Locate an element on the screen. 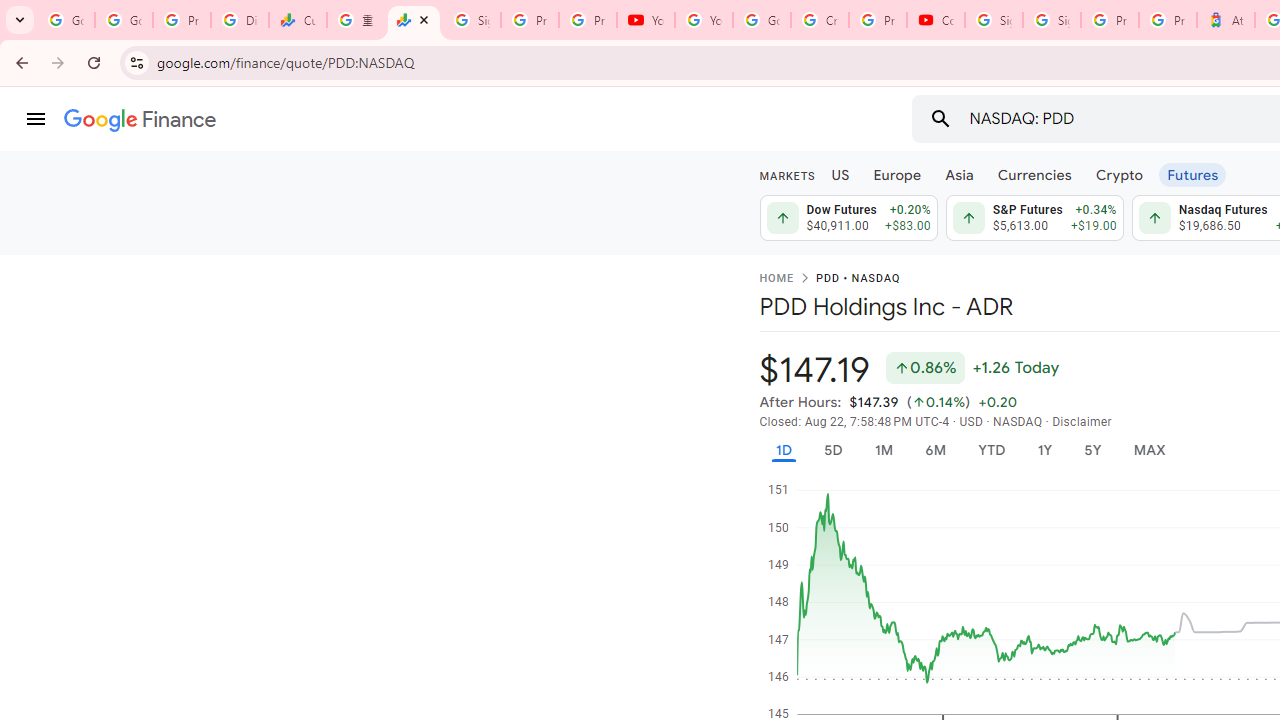 Image resolution: width=1280 pixels, height=720 pixels. 'Google Workspace Admin Community' is located at coordinates (65, 20).